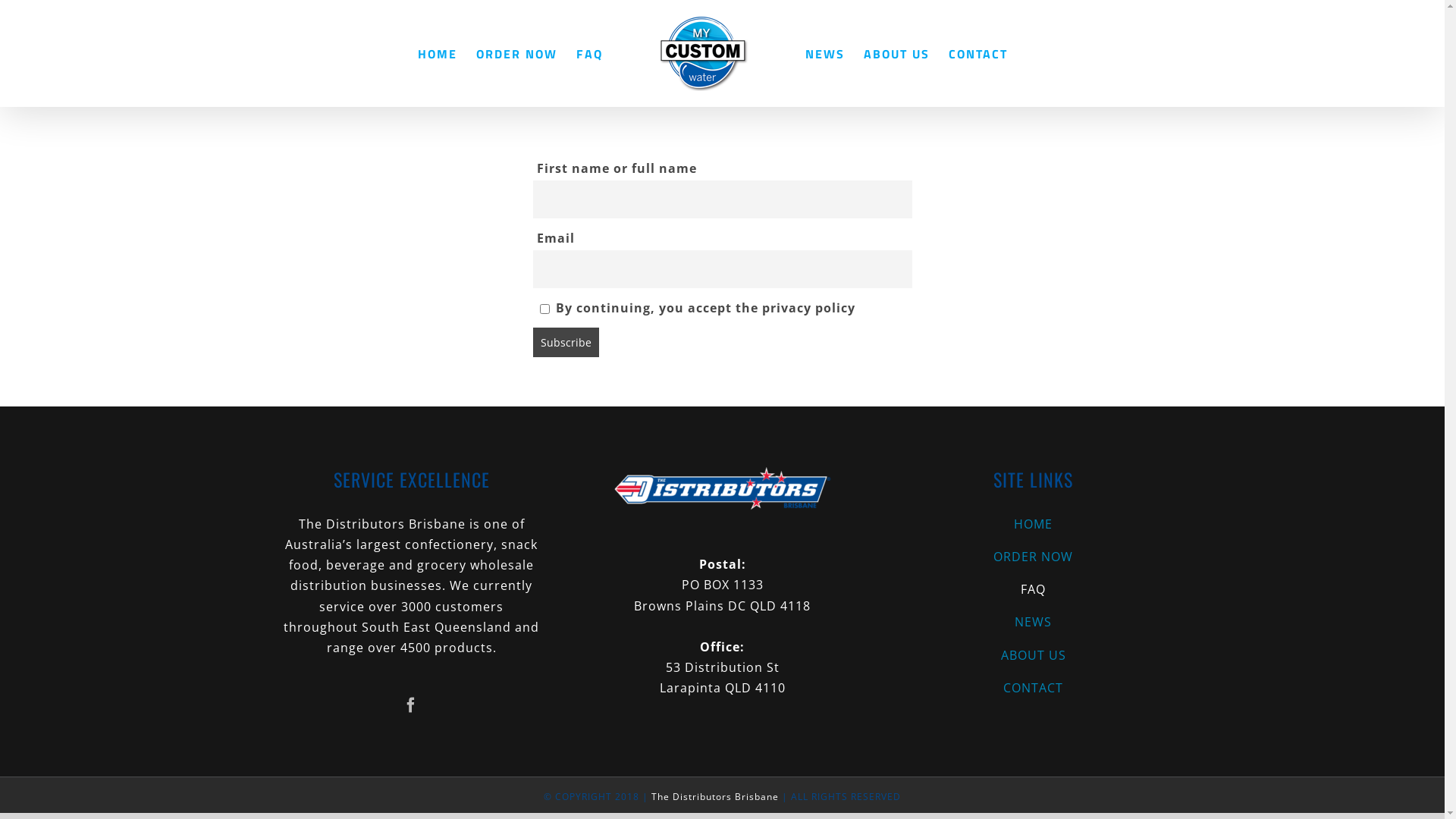 The height and width of the screenshot is (819, 1456). What do you see at coordinates (1032, 654) in the screenshot?
I see `'ABOUT US'` at bounding box center [1032, 654].